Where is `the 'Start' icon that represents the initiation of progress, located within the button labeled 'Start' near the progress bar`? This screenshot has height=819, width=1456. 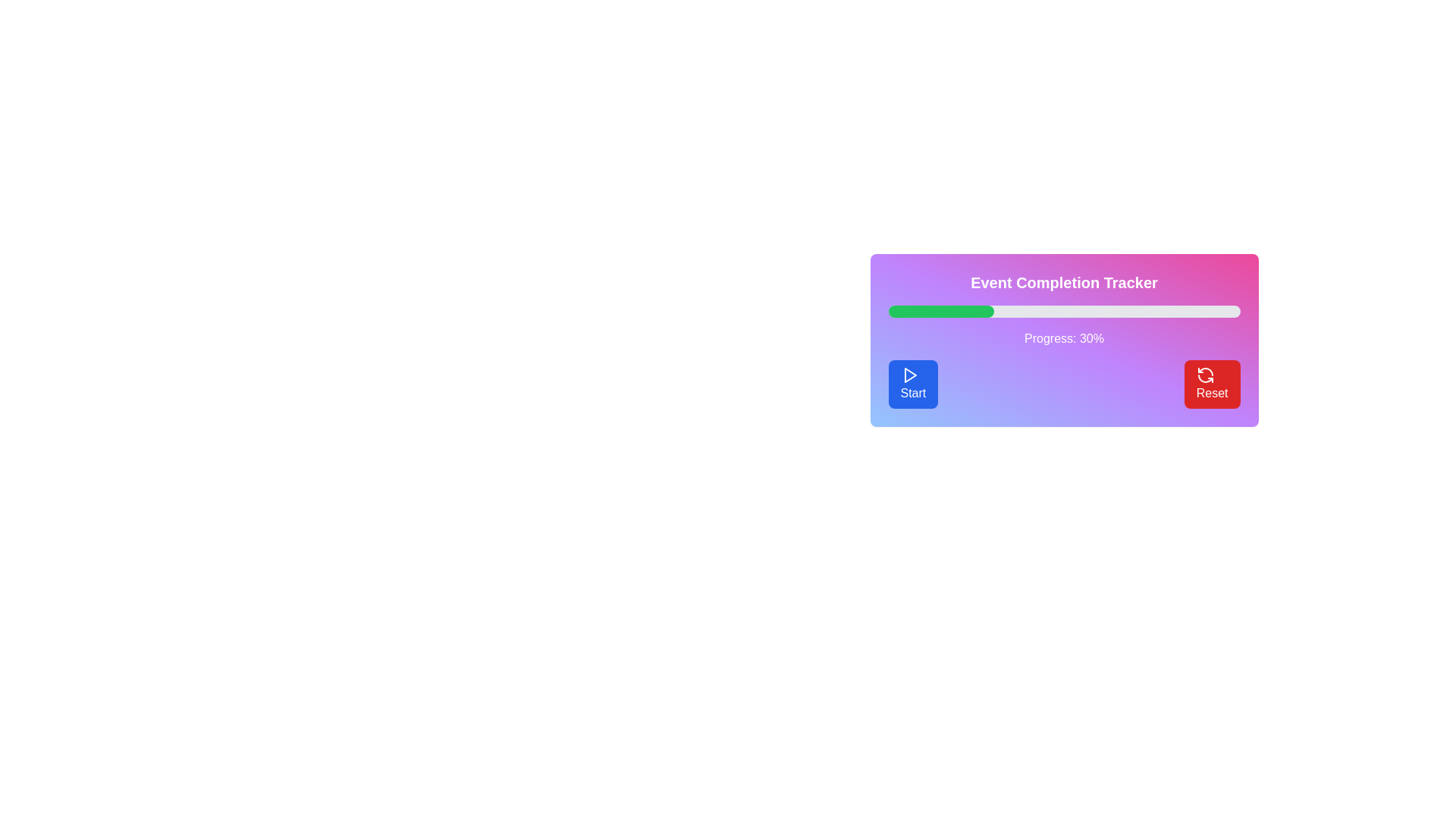 the 'Start' icon that represents the initiation of progress, located within the button labeled 'Start' near the progress bar is located at coordinates (910, 375).